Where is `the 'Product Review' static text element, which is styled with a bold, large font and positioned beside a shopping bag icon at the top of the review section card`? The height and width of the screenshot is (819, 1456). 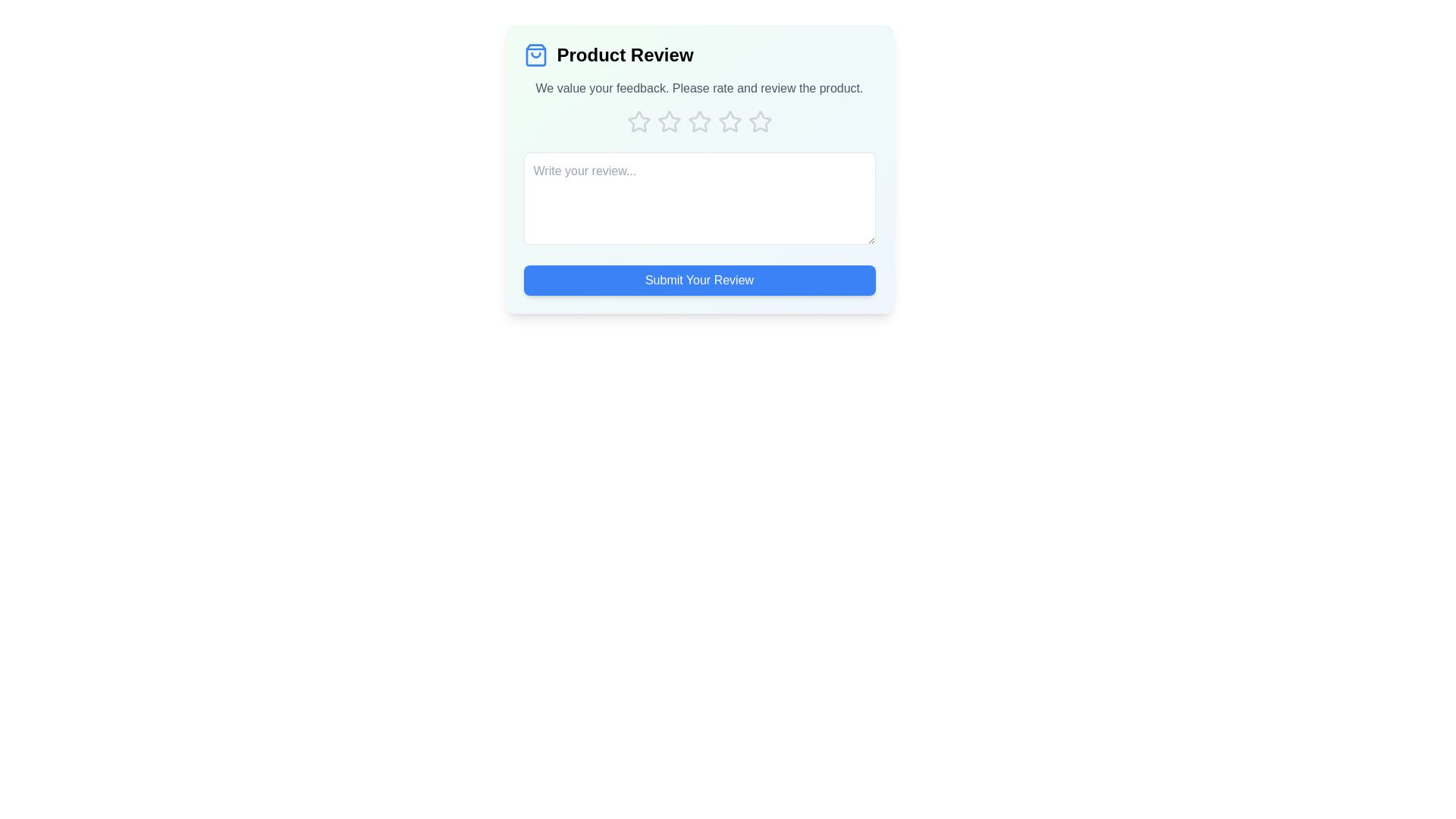
the 'Product Review' static text element, which is styled with a bold, large font and positioned beside a shopping bag icon at the top of the review section card is located at coordinates (625, 55).